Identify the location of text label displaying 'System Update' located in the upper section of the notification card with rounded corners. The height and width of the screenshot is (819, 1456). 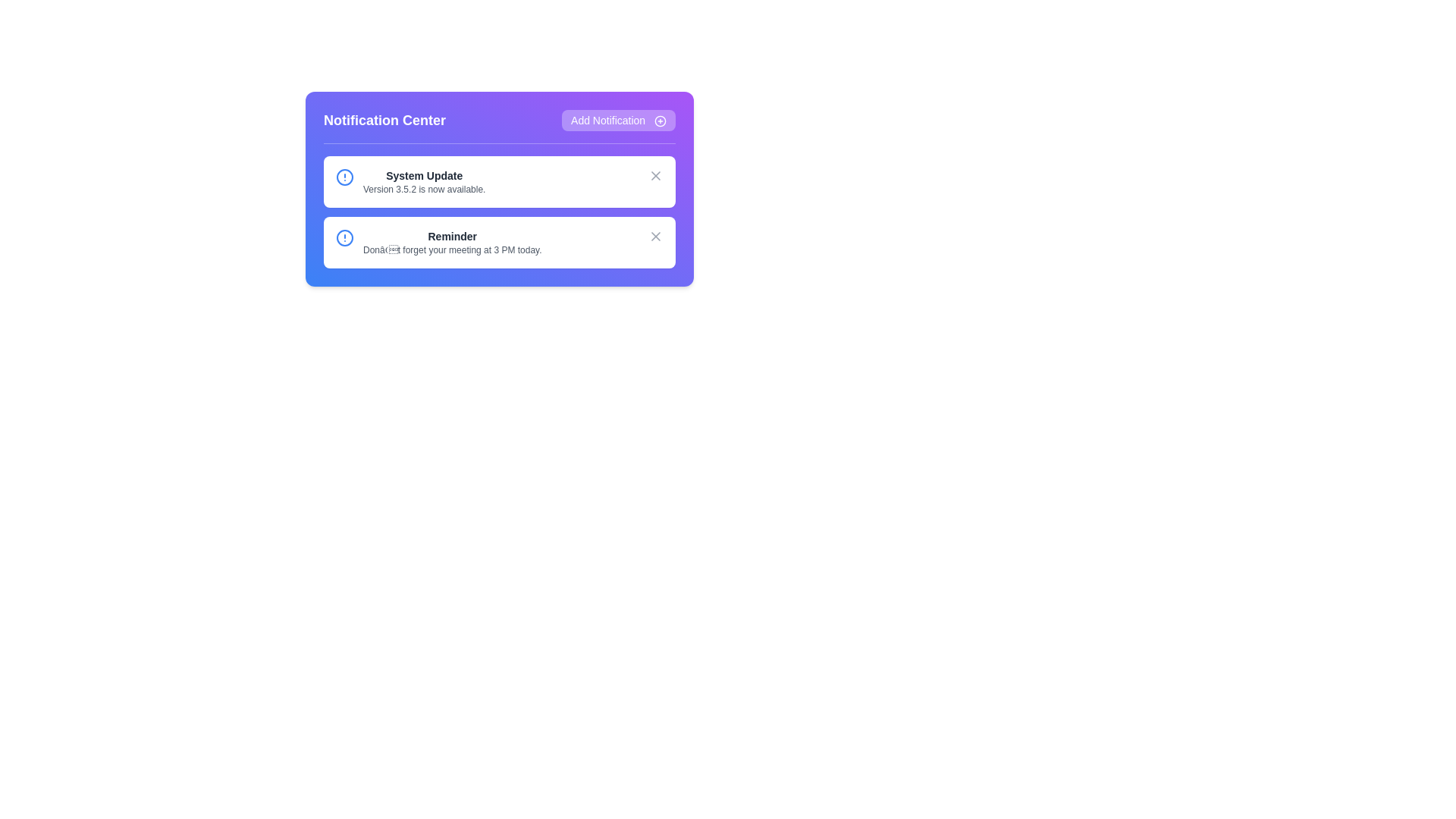
(424, 174).